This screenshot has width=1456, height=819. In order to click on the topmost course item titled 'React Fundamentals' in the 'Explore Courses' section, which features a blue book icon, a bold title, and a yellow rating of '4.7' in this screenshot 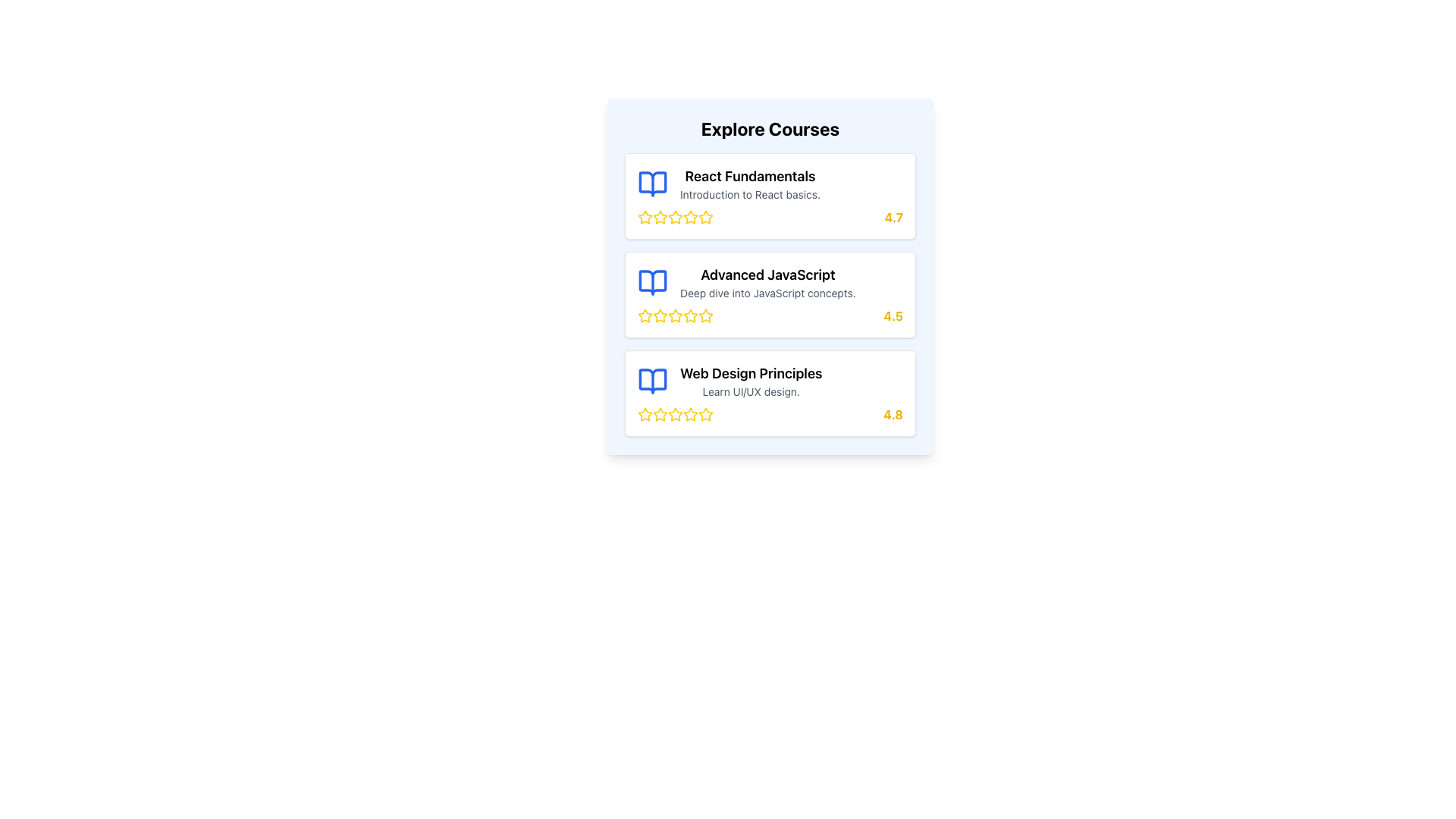, I will do `click(770, 195)`.